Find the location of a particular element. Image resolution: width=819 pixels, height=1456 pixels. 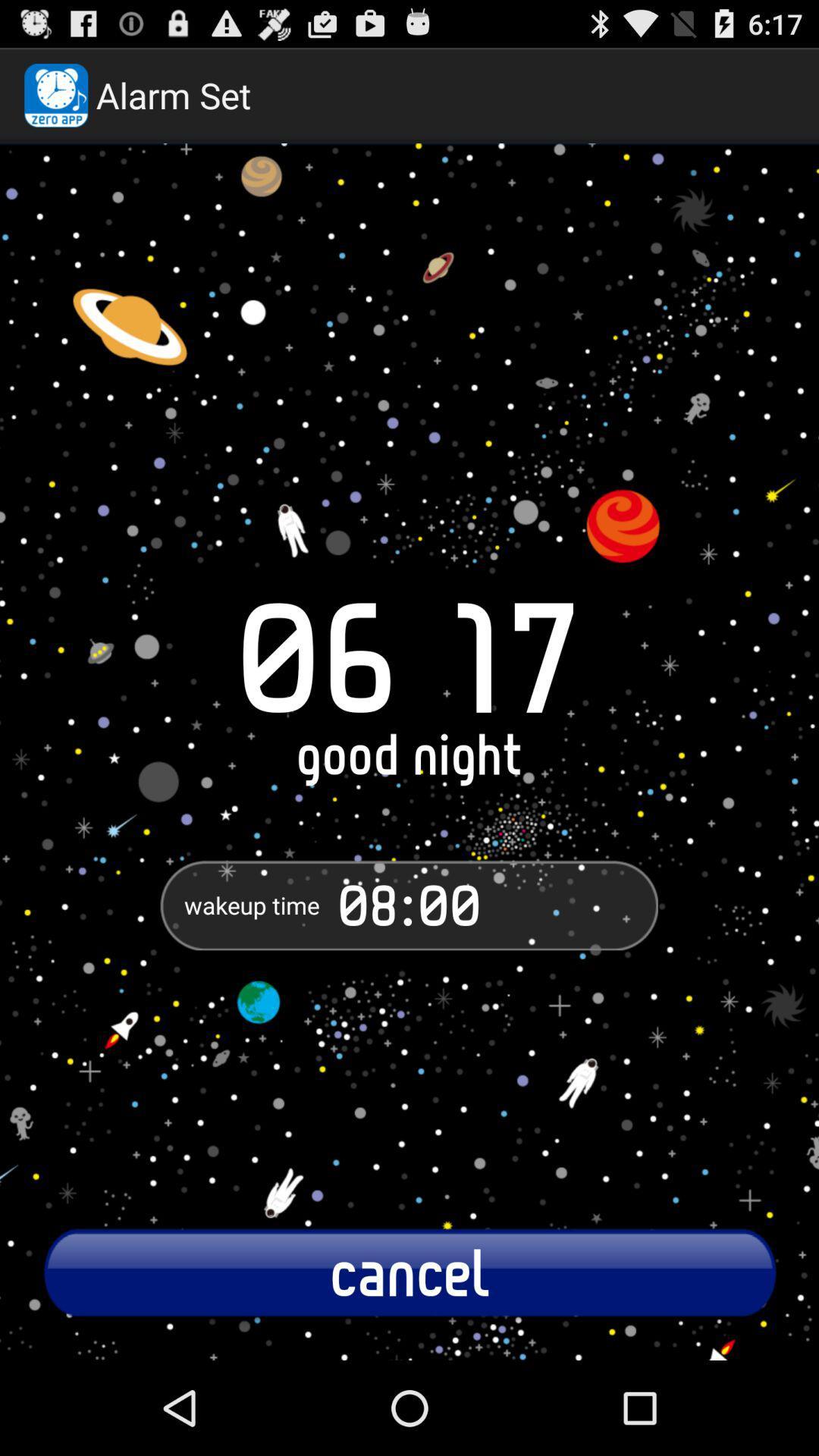

item below the 08:00 is located at coordinates (409, 1272).